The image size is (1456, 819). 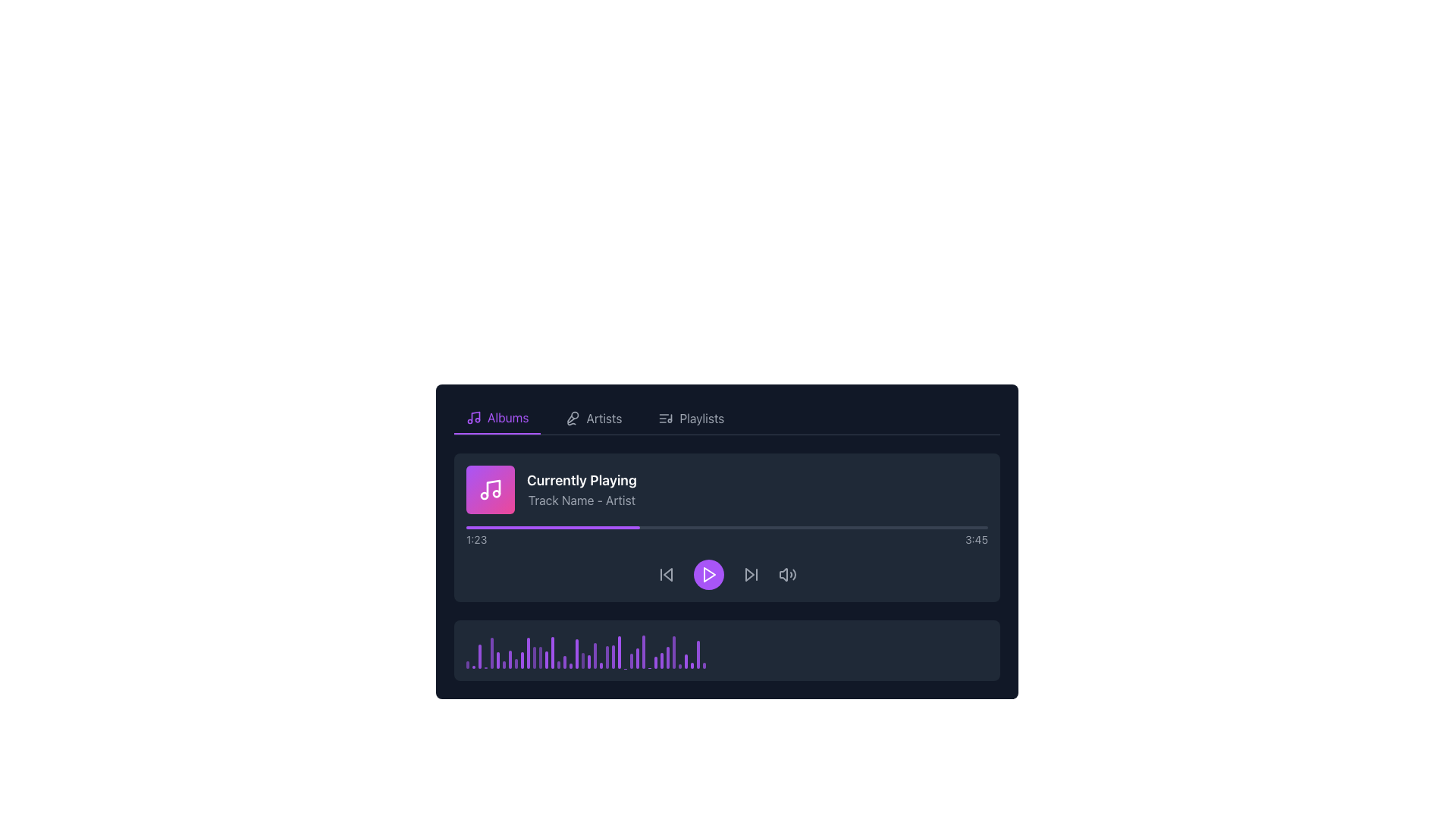 What do you see at coordinates (726, 649) in the screenshot?
I see `the graphical visualization component resembling a sound wave, which is represented by vertical purple bars on a dark gray background, located at the bottom of the music playback interface` at bounding box center [726, 649].